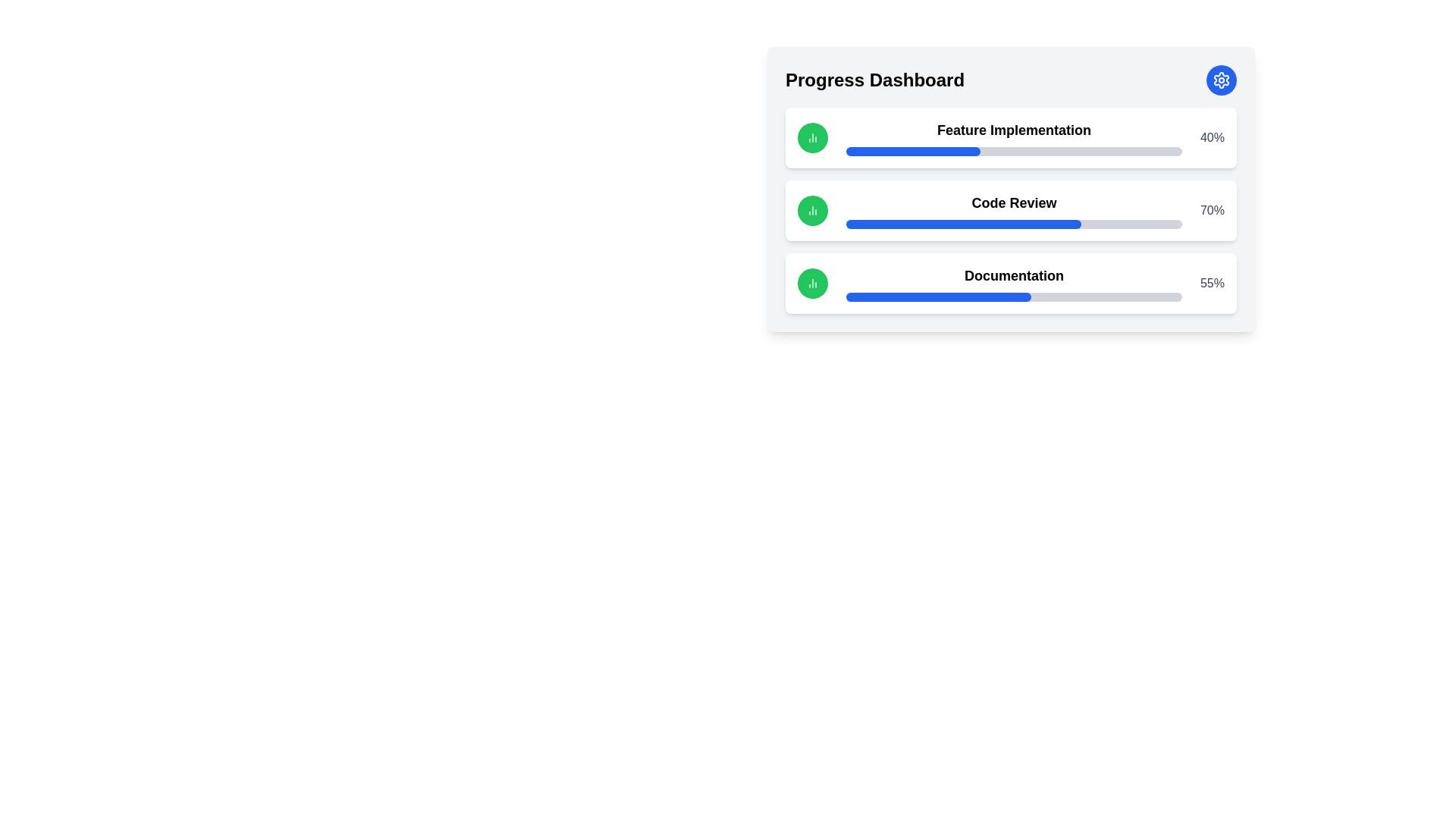 The width and height of the screenshot is (1456, 819). What do you see at coordinates (1222, 80) in the screenshot?
I see `the rounded blue icon button located at the top-right corner of the 'Progress Dashboard'` at bounding box center [1222, 80].